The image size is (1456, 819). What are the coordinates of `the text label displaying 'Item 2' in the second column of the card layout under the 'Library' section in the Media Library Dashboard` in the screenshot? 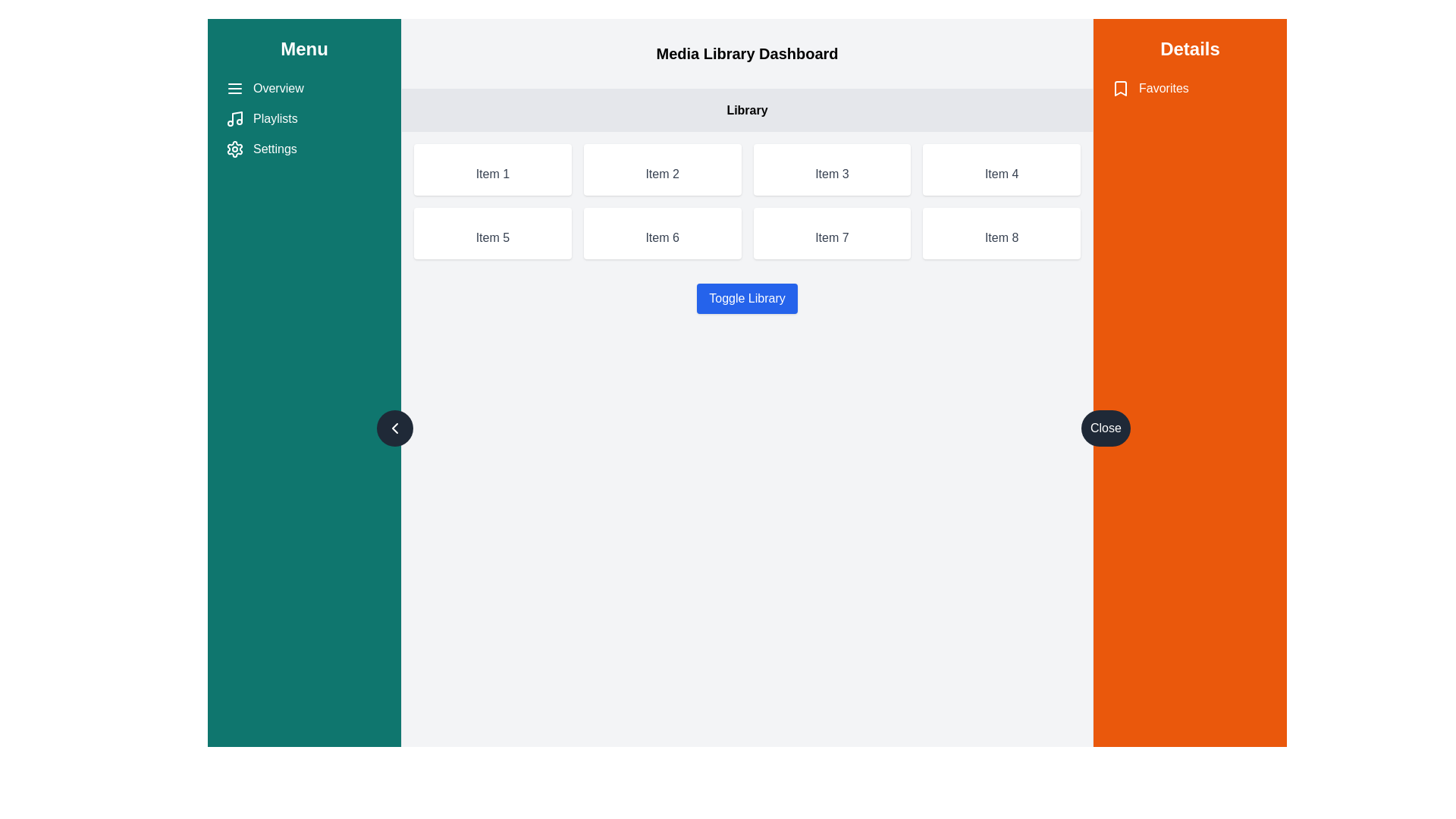 It's located at (662, 174).